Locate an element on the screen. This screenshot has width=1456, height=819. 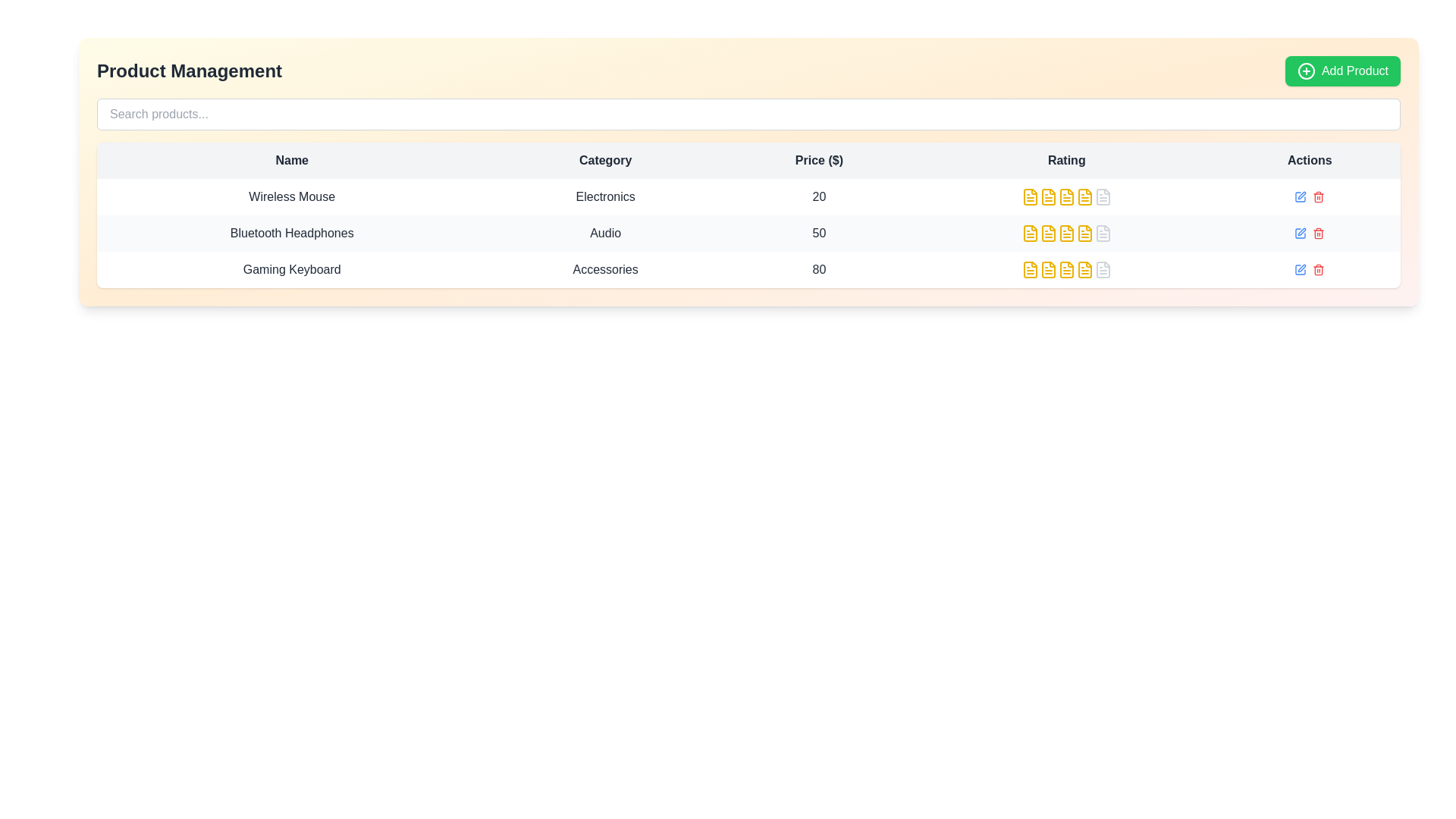
the third rating icon in the second row under the 'Rating' column is located at coordinates (1047, 196).